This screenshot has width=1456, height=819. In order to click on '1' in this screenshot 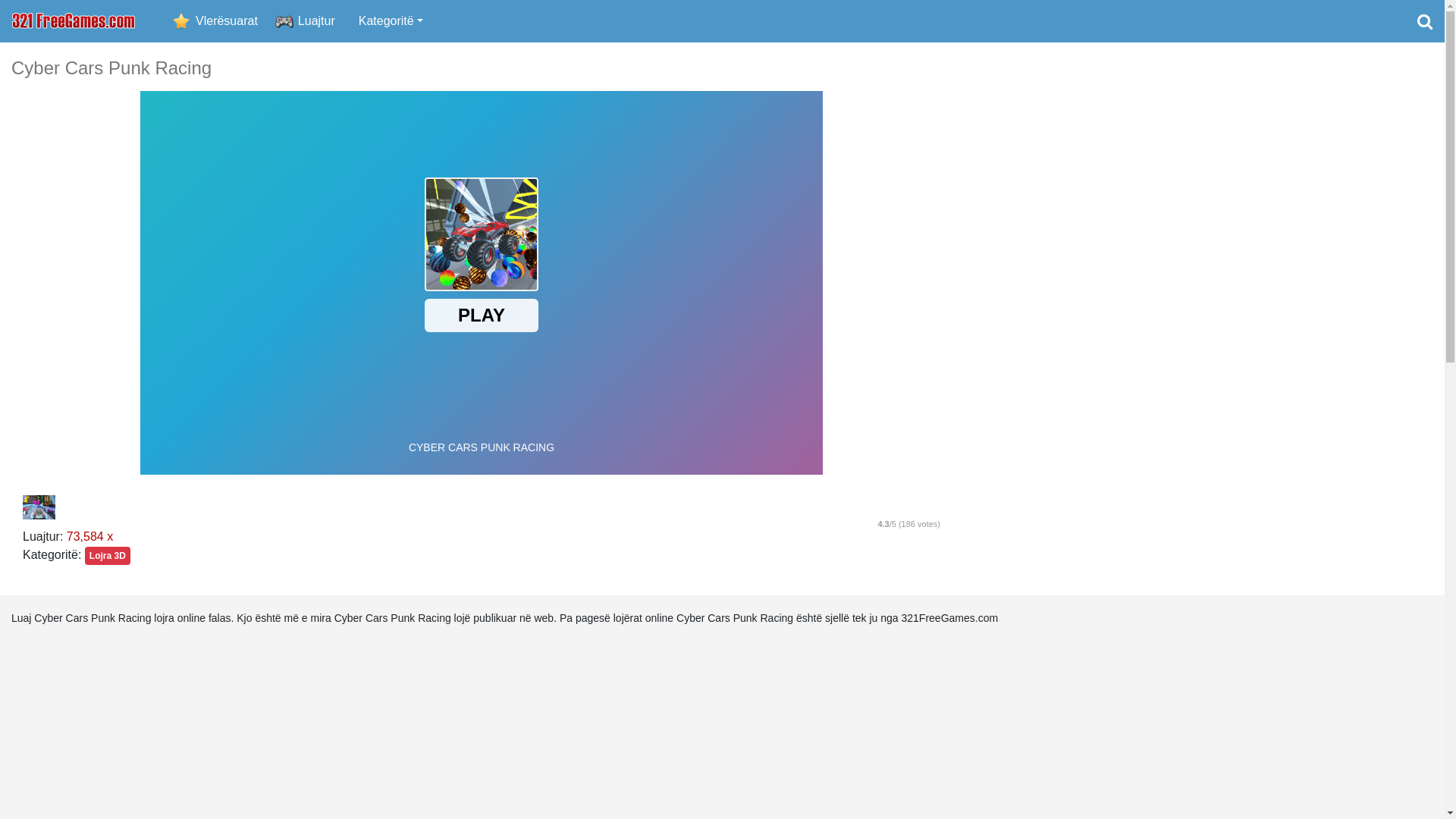, I will do `click(836, 506)`.